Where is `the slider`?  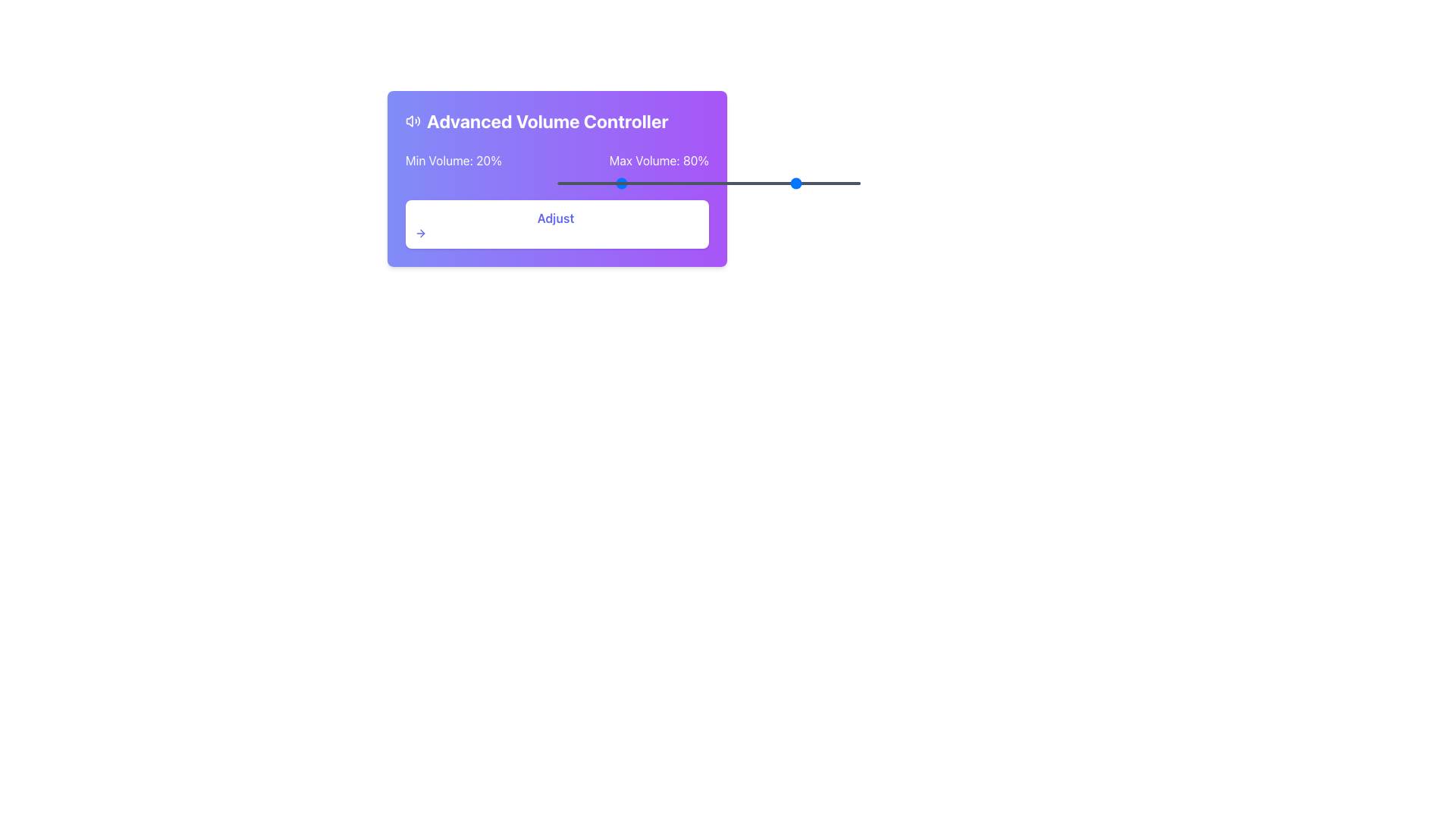 the slider is located at coordinates (683, 183).